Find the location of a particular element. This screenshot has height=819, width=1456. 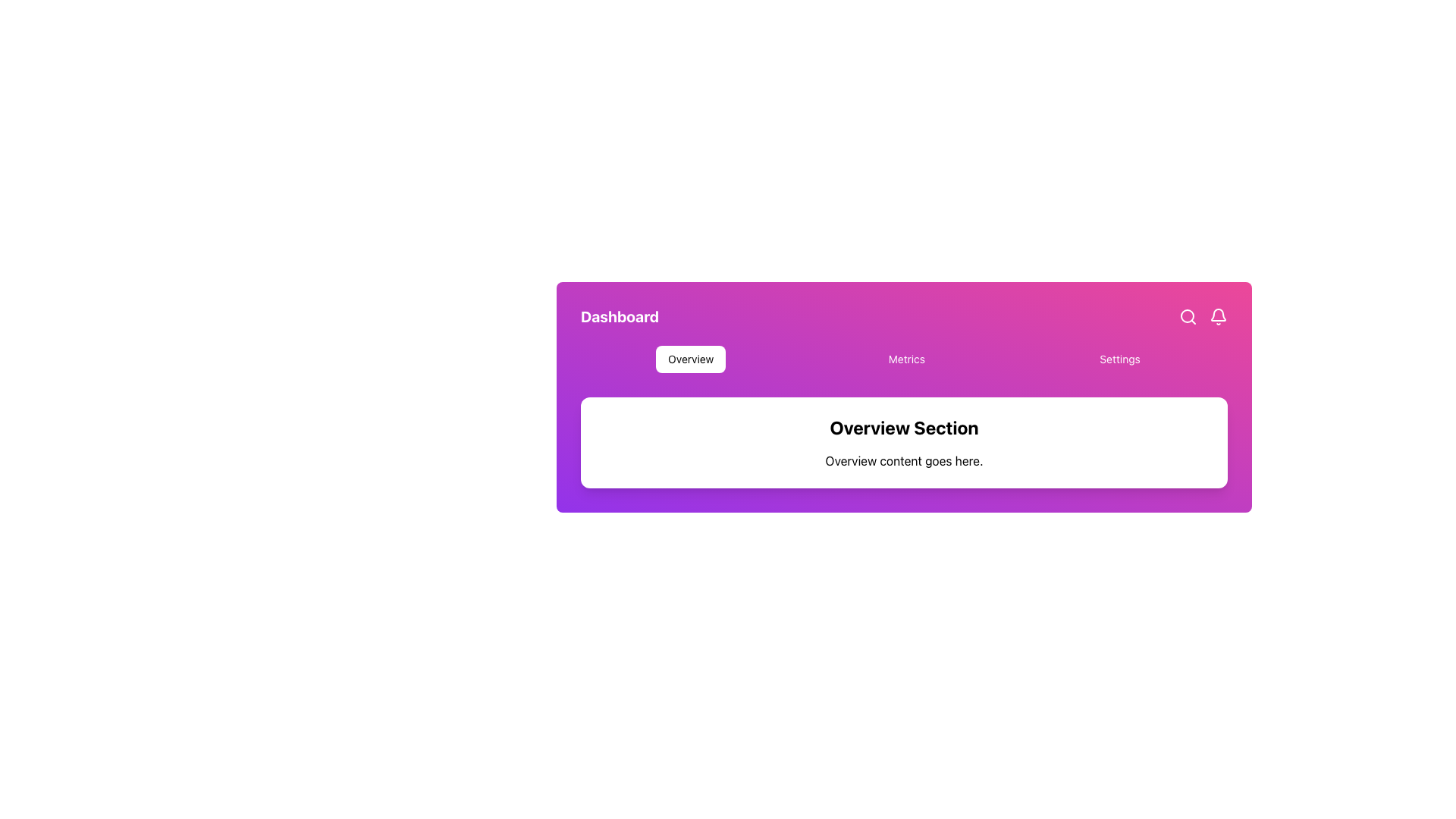

the 'Settings' button, which is a text-based button styled with a semi-rounded rectangle shape located on the right end of a horizontal menu bar is located at coordinates (1120, 359).